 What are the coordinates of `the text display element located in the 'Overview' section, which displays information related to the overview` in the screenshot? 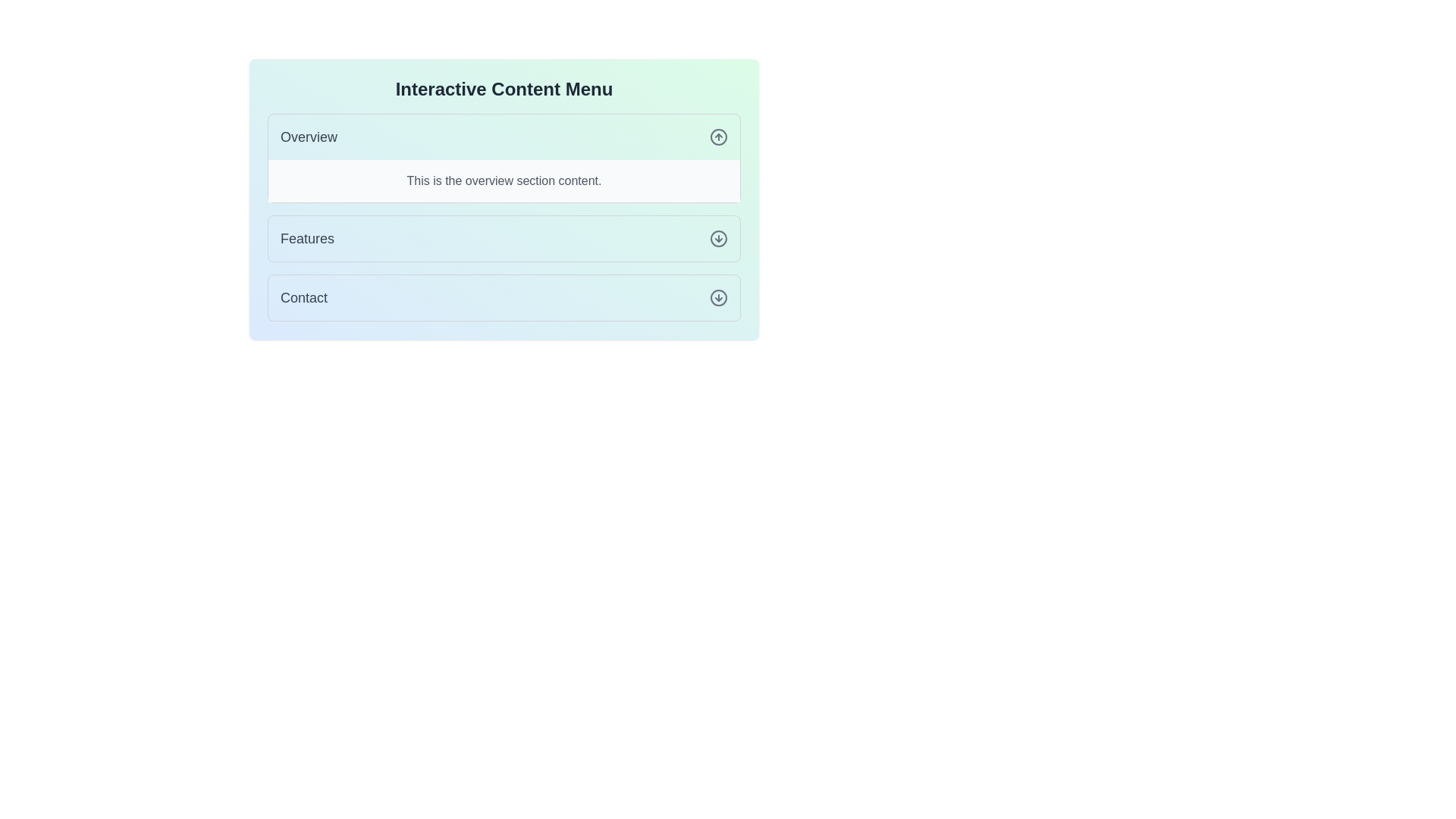 It's located at (504, 180).